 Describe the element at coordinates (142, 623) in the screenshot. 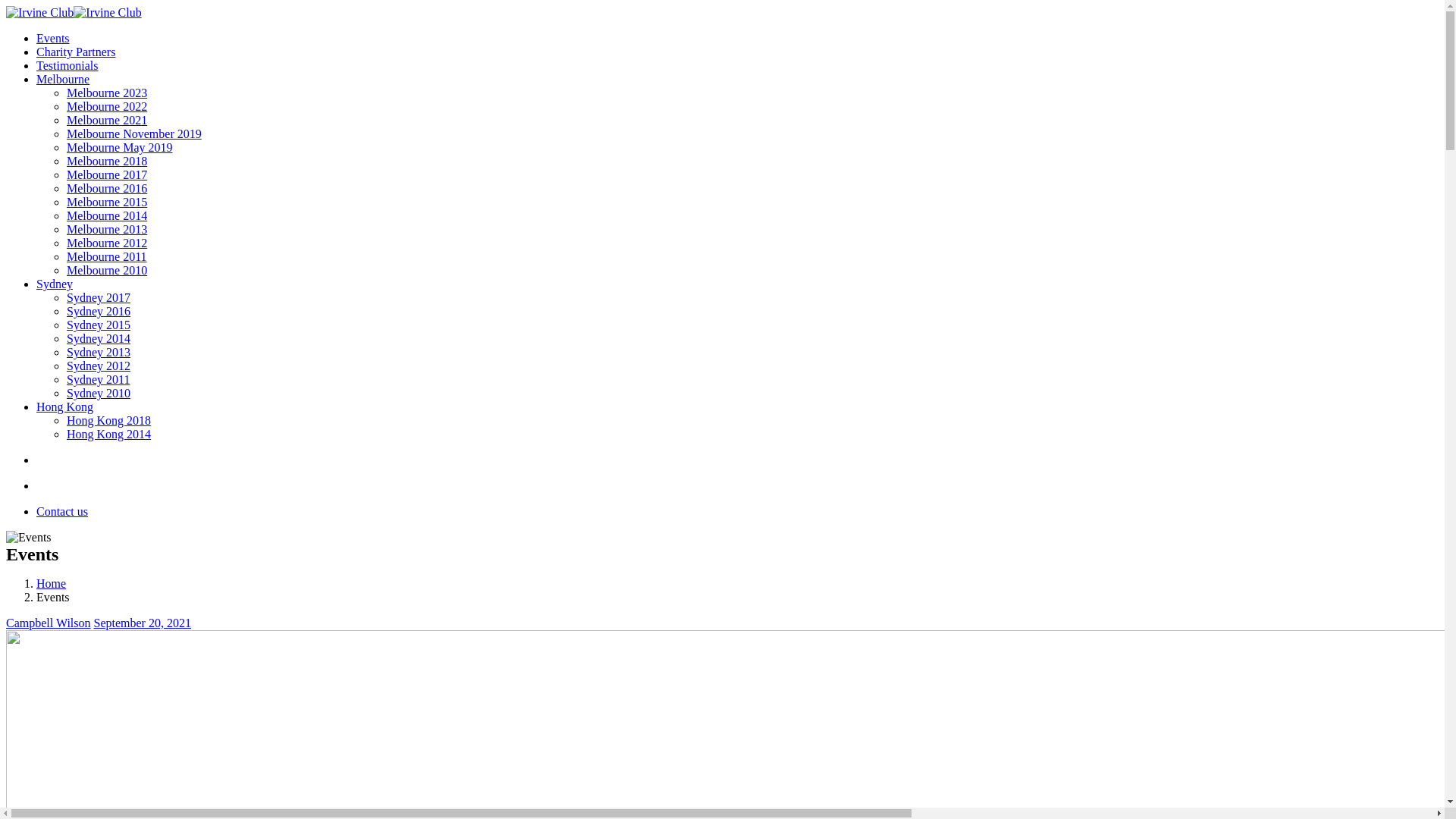

I see `'September 20, 2021'` at that location.